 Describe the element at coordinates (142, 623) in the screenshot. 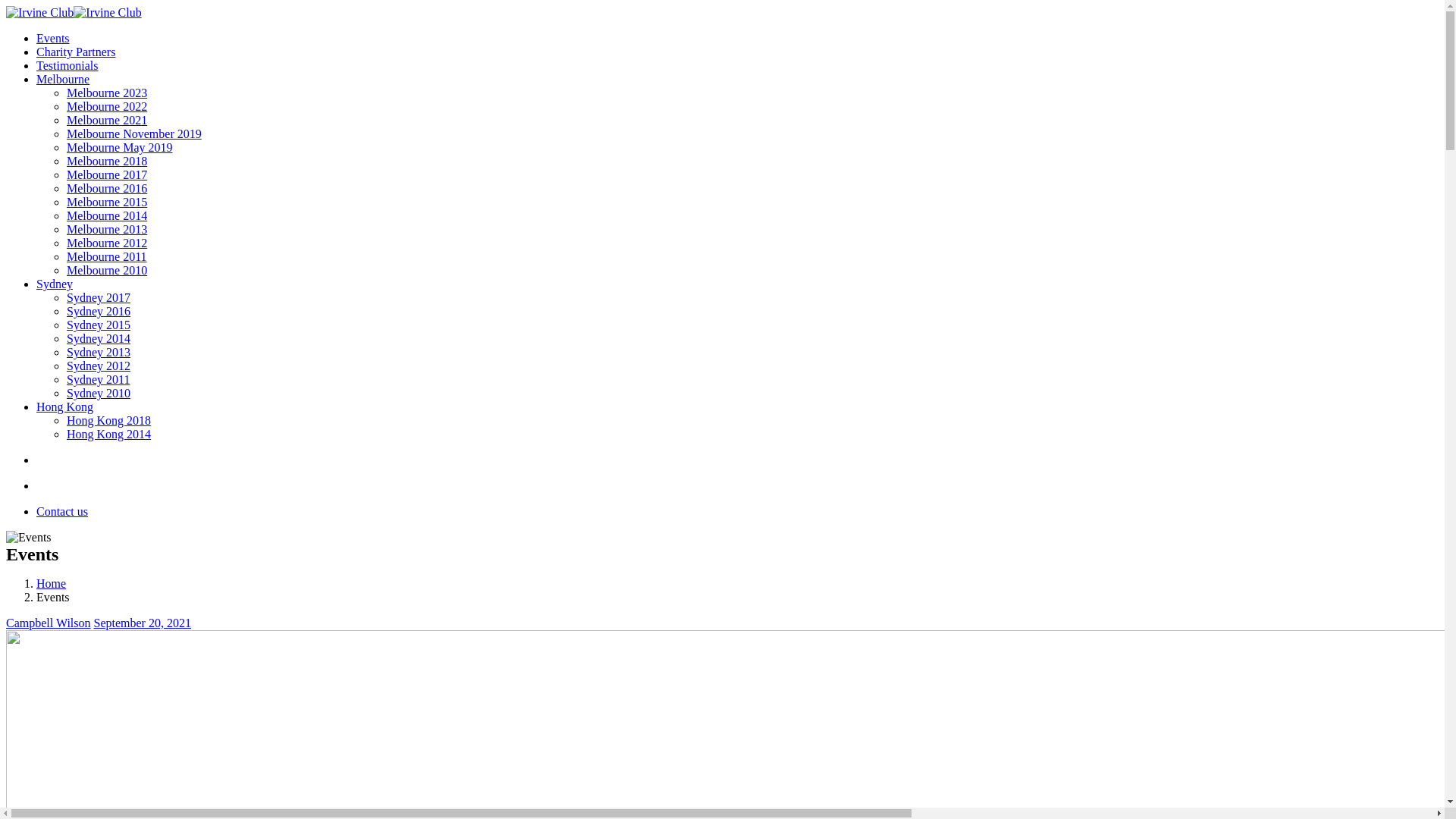

I see `'September 20, 2021'` at that location.